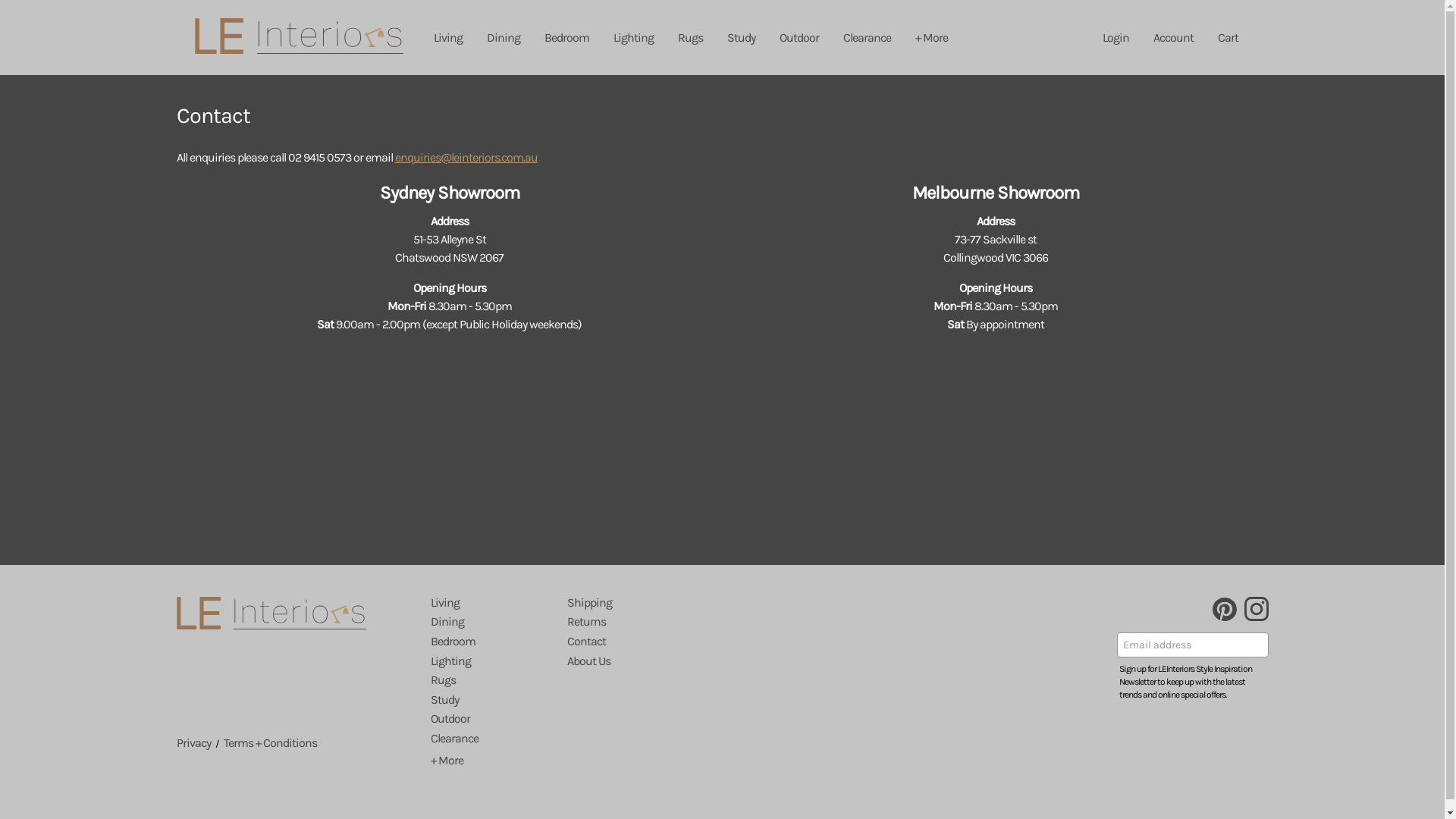  What do you see at coordinates (444, 601) in the screenshot?
I see `'Living'` at bounding box center [444, 601].